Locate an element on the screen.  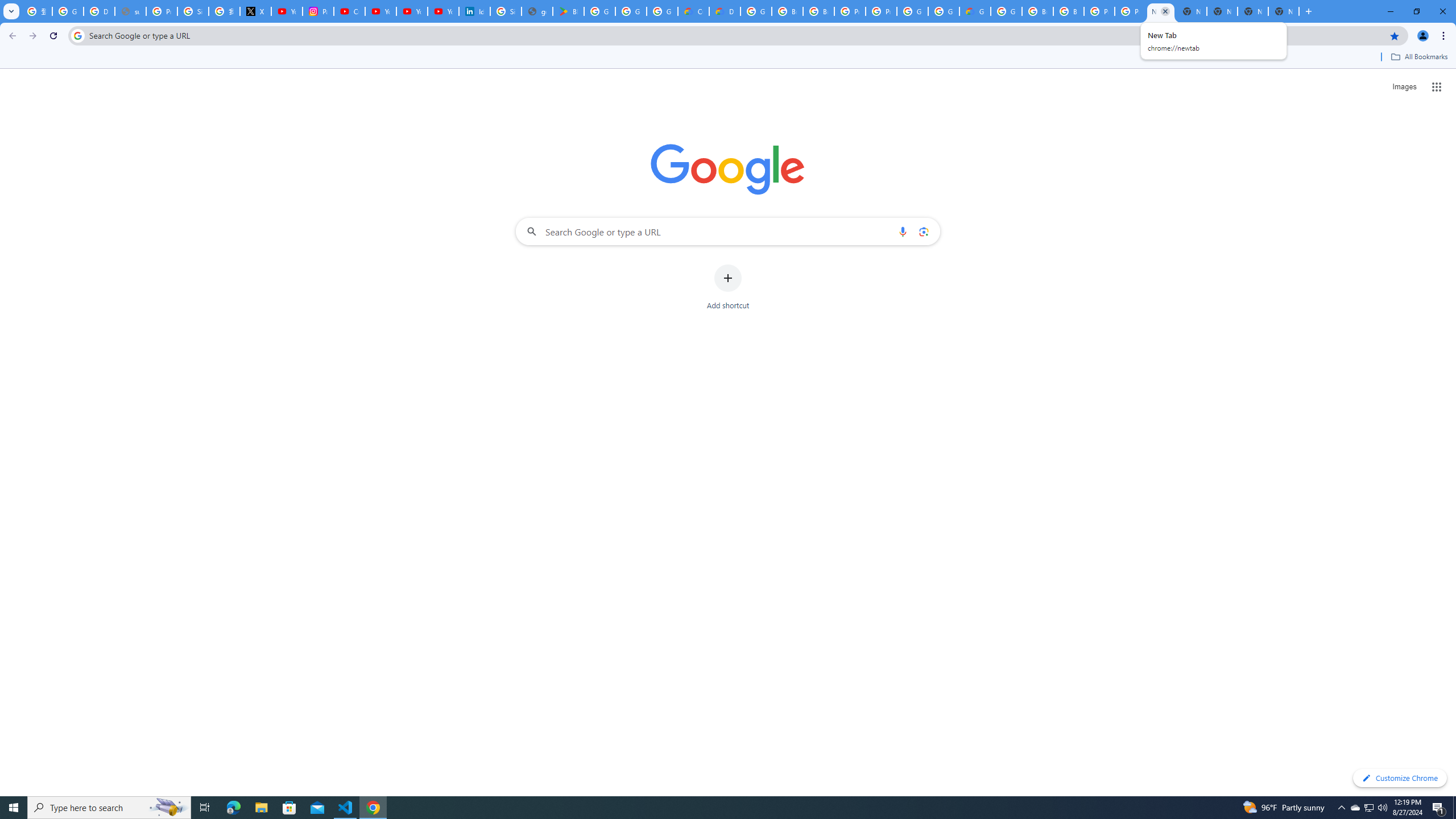
'Google Workspace - Specific Terms' is located at coordinates (661, 11).